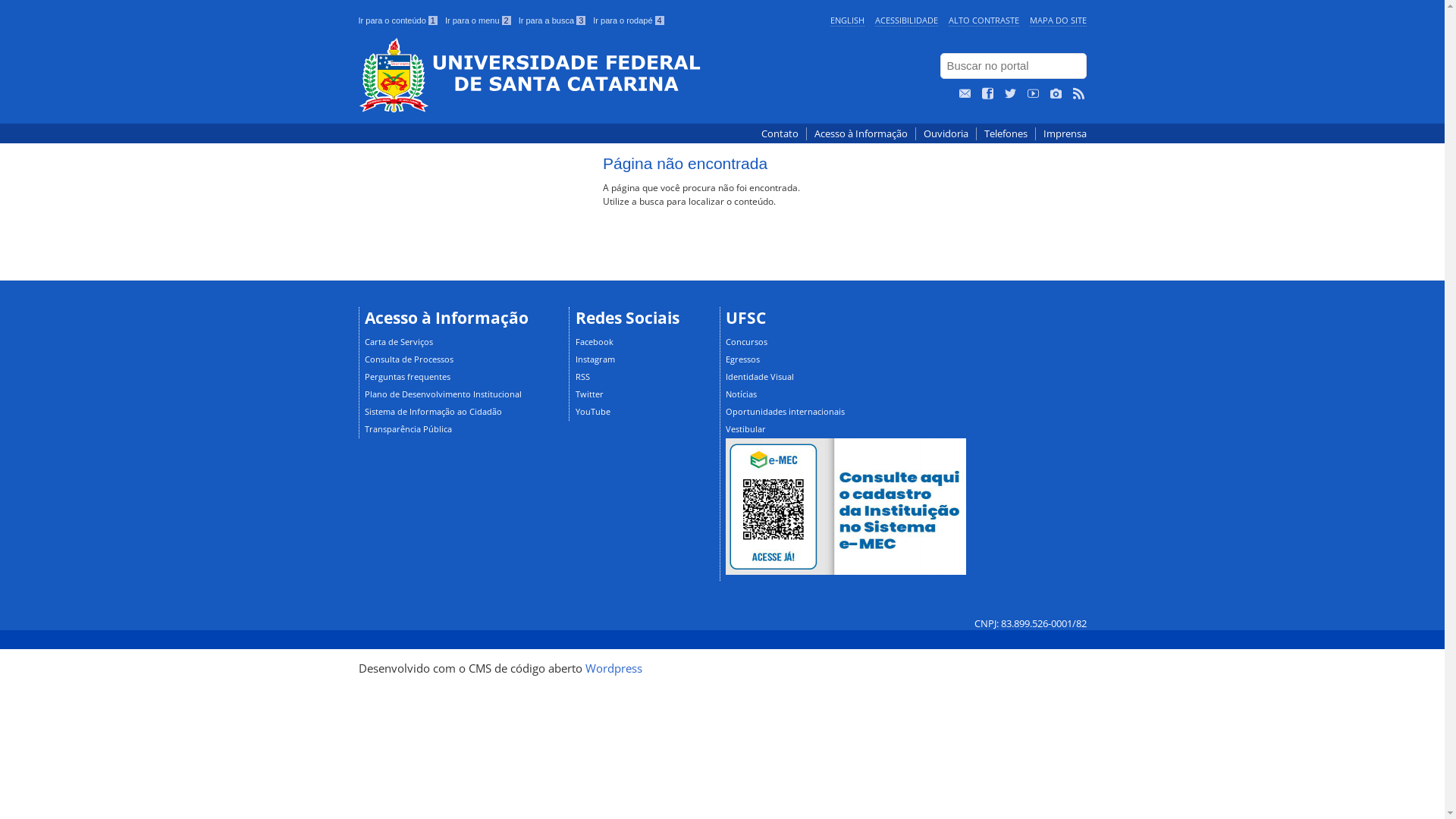  I want to click on 'Instagram', so click(595, 359).